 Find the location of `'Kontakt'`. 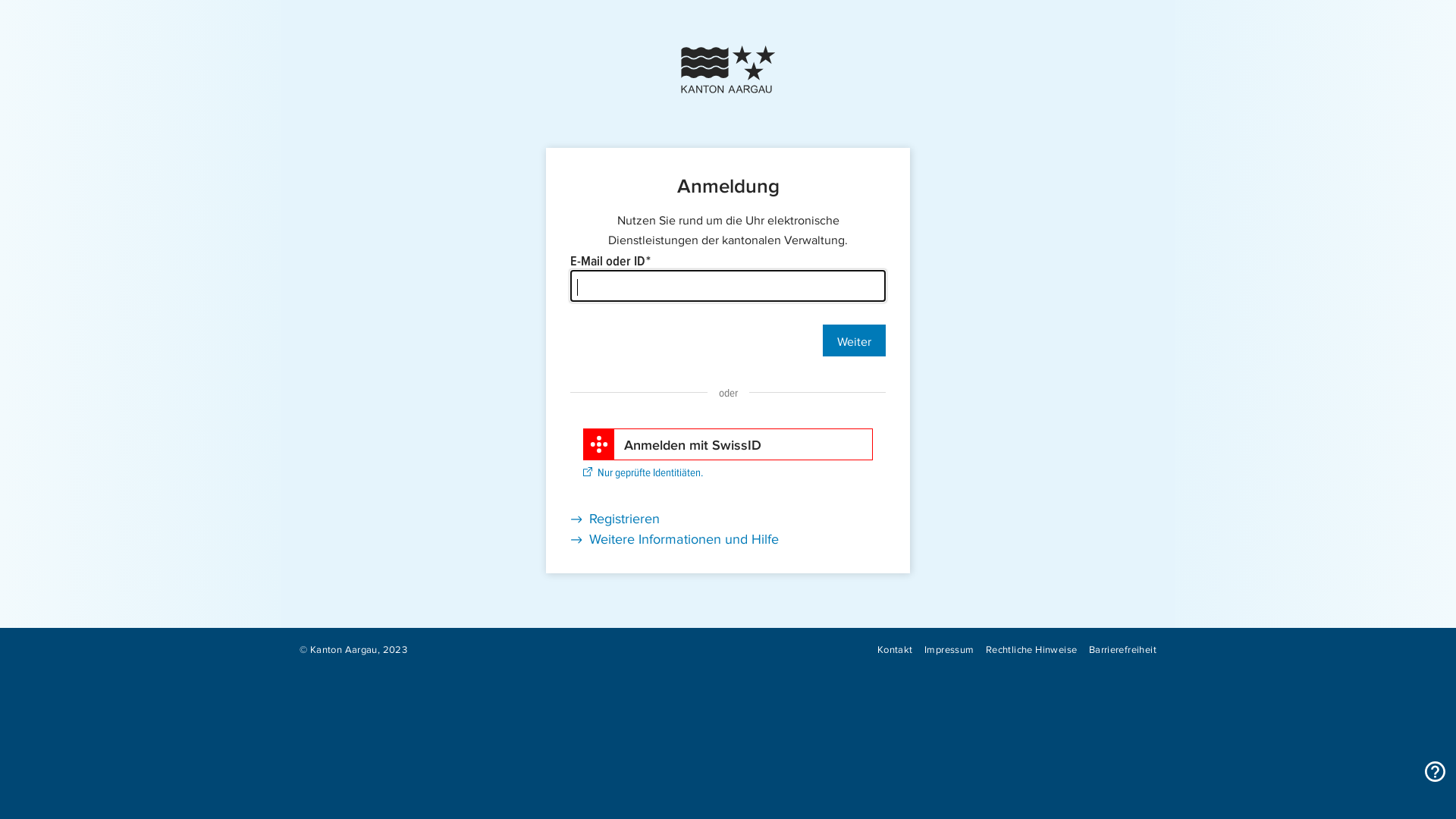

'Kontakt' is located at coordinates (877, 648).